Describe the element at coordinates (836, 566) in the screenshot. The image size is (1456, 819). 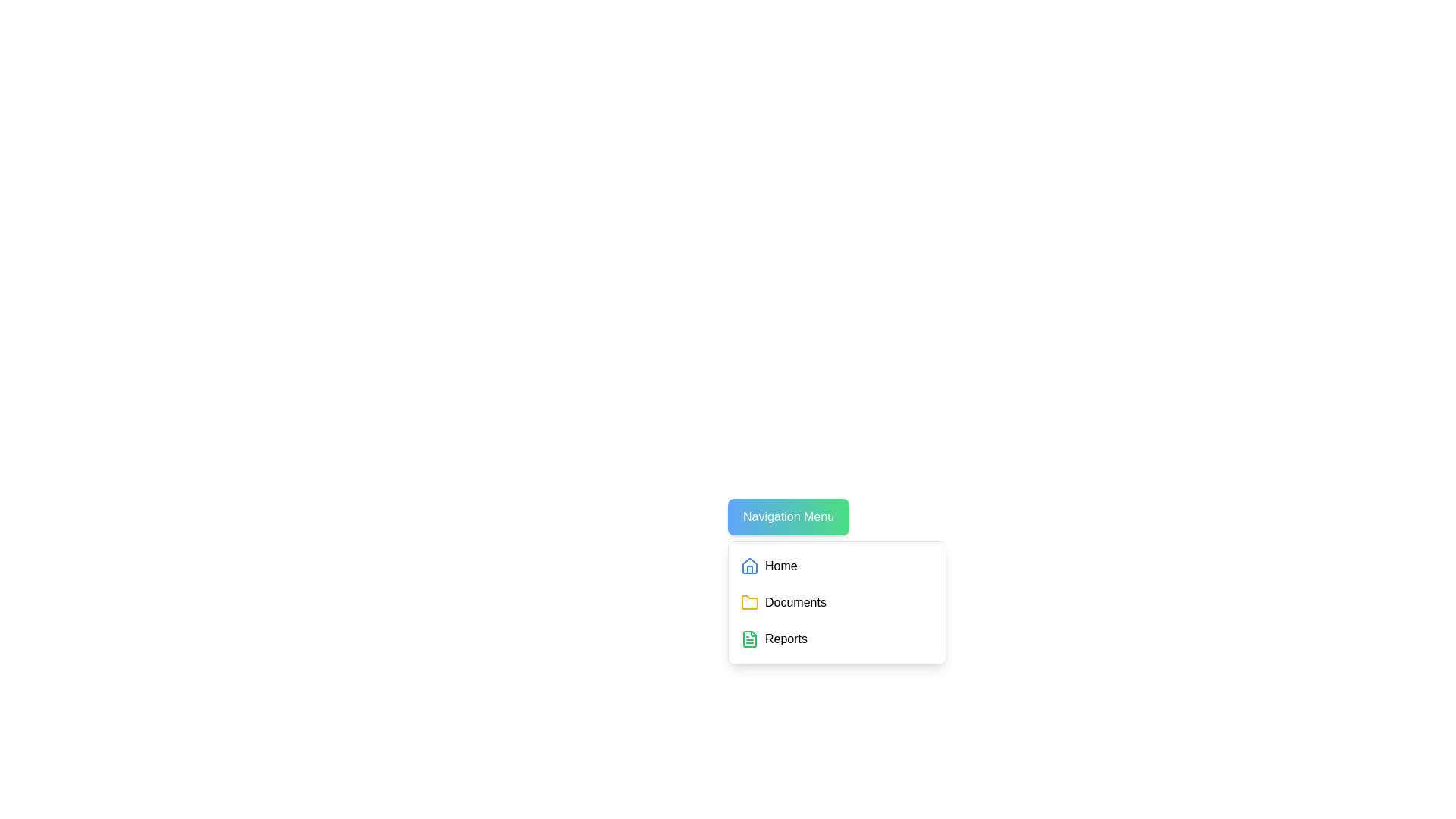
I see `the 'Home' menu item to select it` at that location.